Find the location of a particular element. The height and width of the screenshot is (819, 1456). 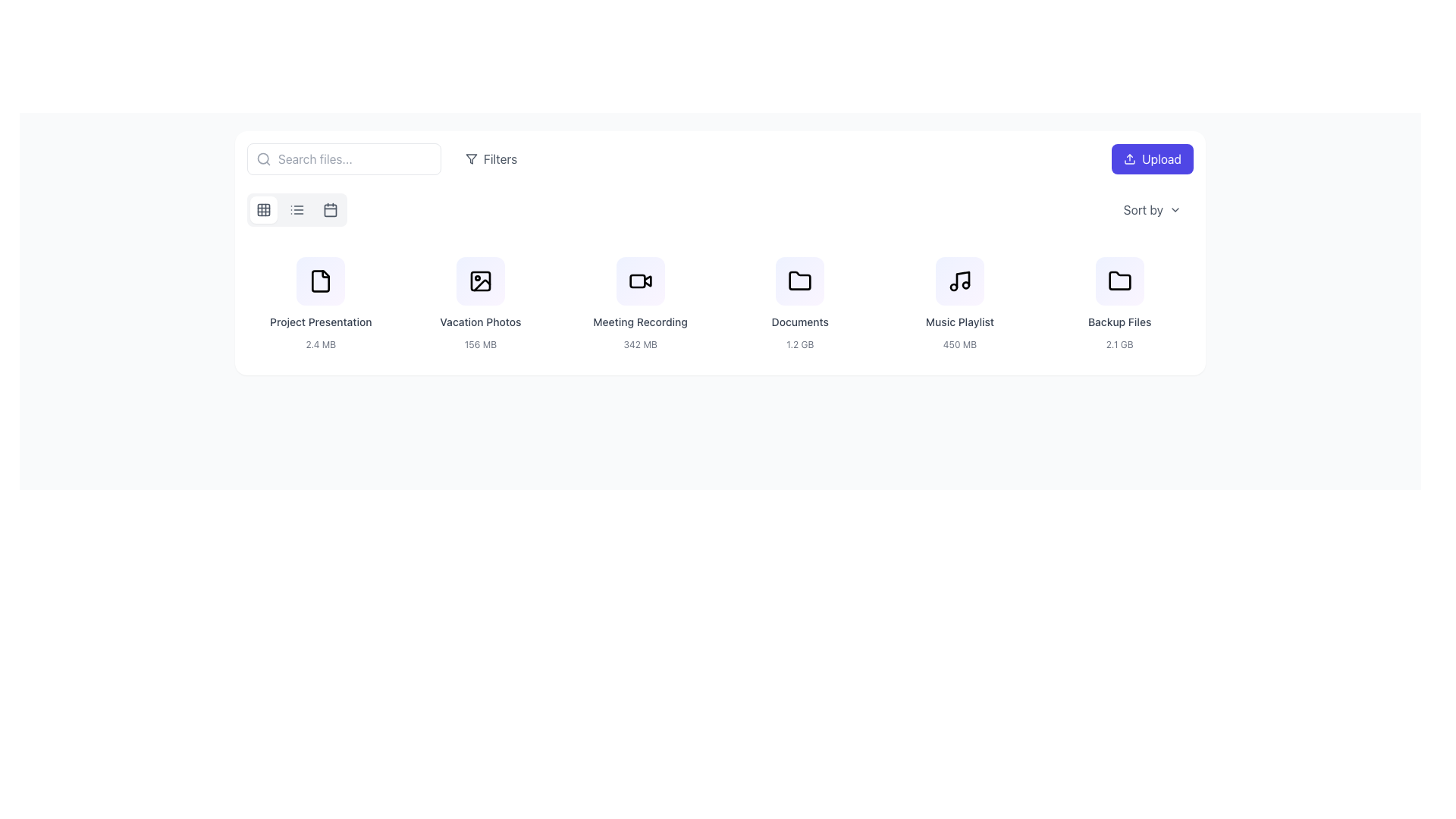

the second button in a horizontal set of three buttons is located at coordinates (297, 210).